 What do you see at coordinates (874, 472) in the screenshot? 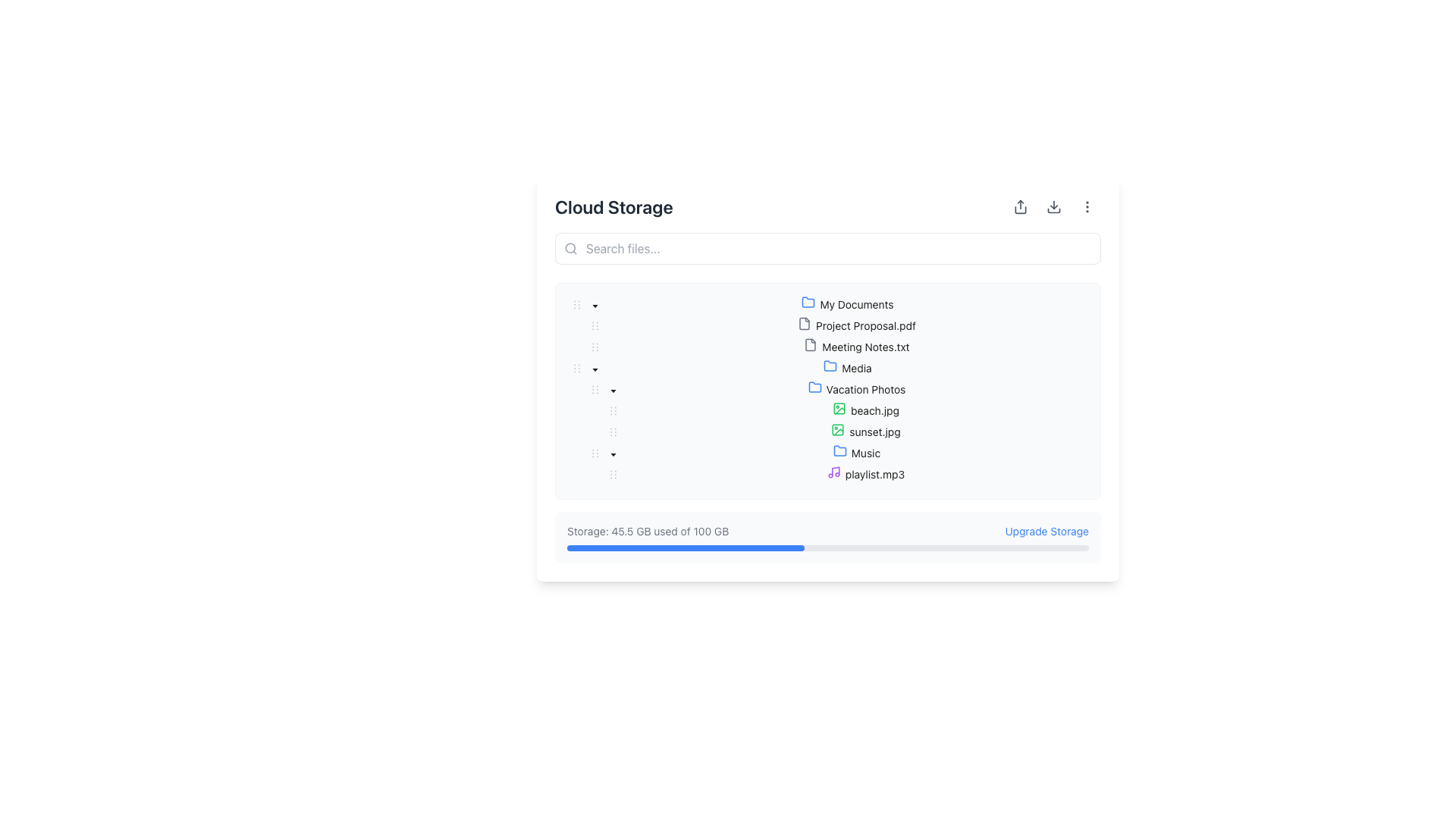
I see `the label element displaying 'playlist.mp3', which is located next to a purple music note icon within the 'Music' folder structure` at bounding box center [874, 472].